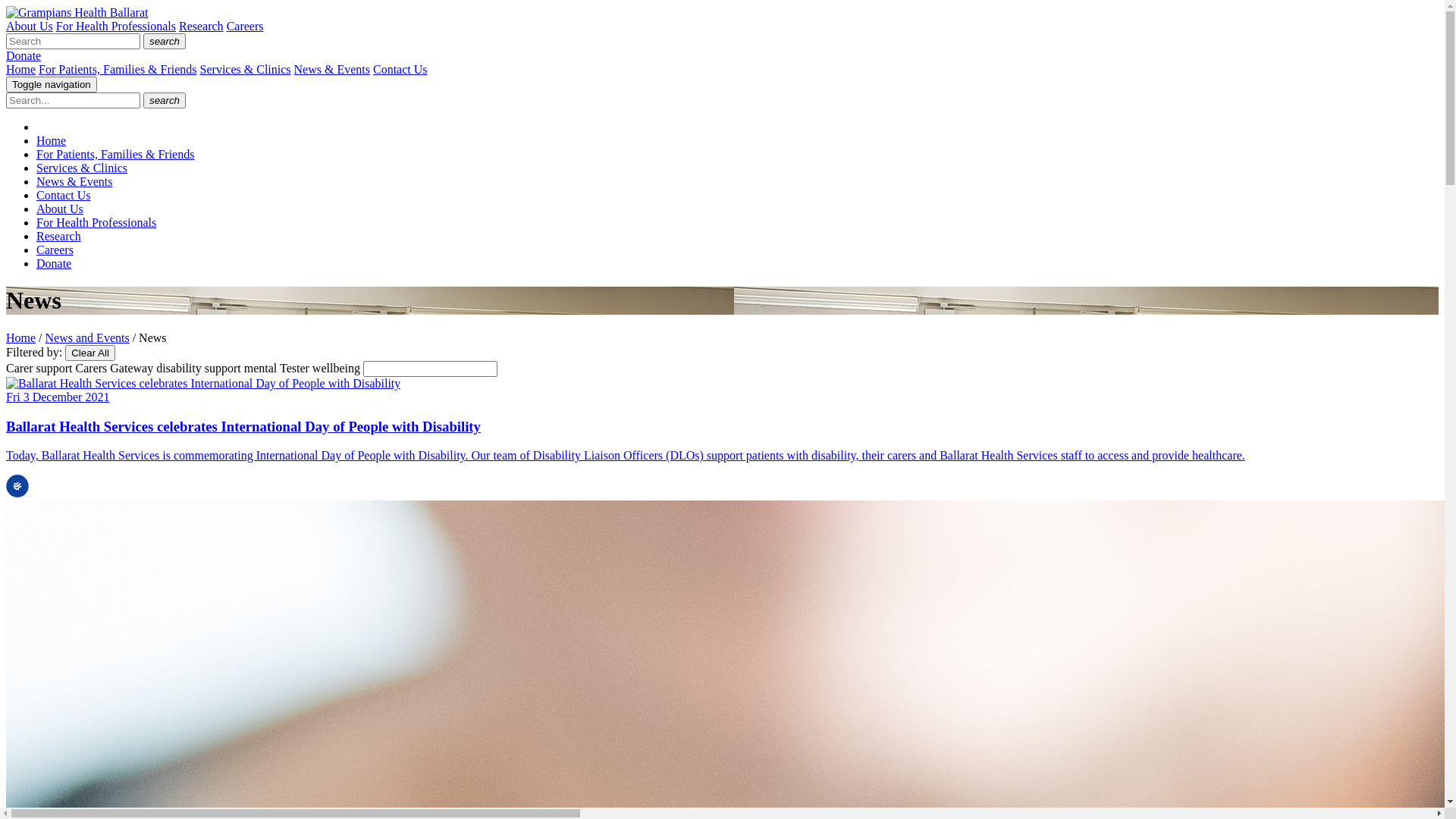  Describe the element at coordinates (51, 140) in the screenshot. I see `'Home'` at that location.